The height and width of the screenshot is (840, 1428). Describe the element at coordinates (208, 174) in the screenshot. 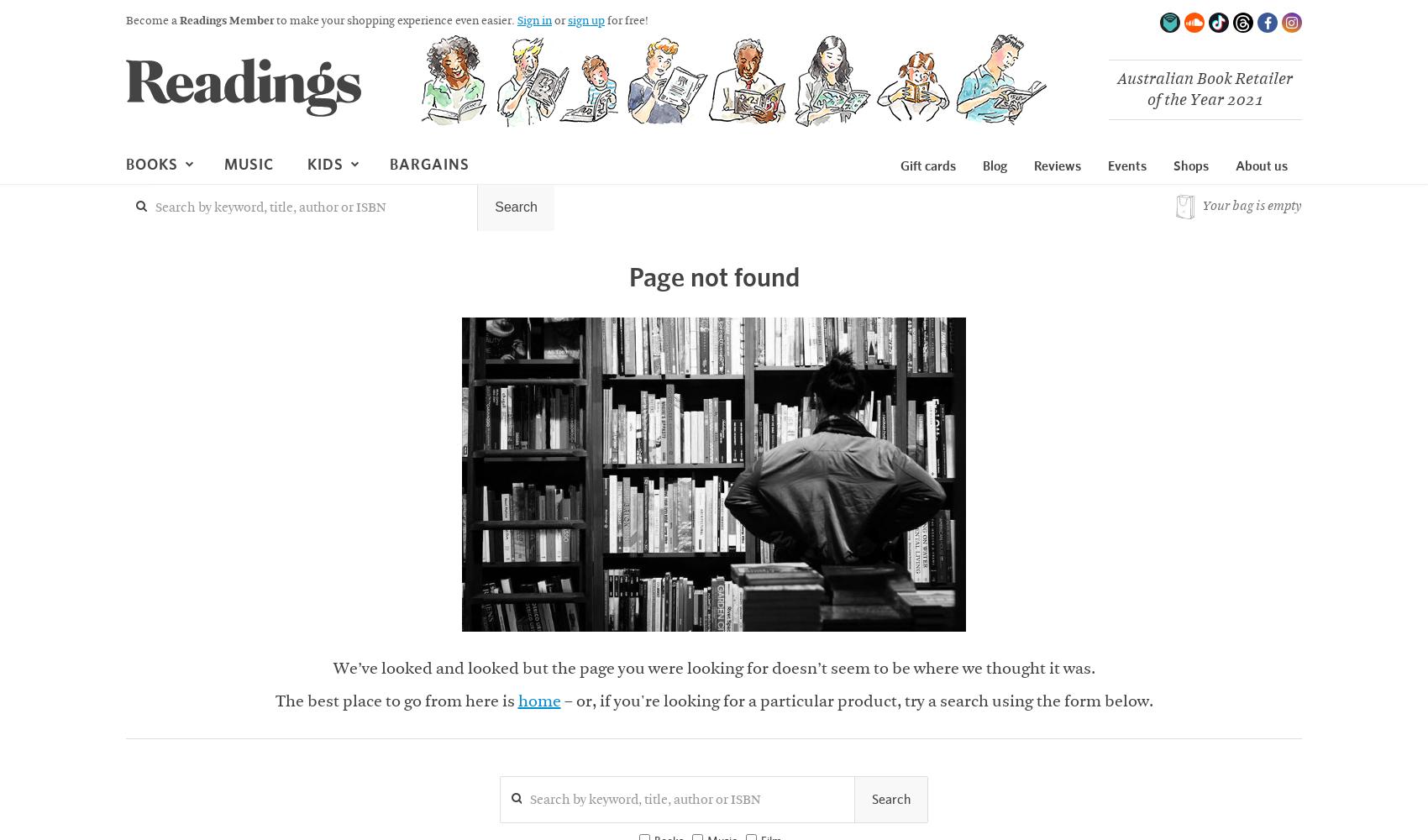

I see `'Readings'` at that location.